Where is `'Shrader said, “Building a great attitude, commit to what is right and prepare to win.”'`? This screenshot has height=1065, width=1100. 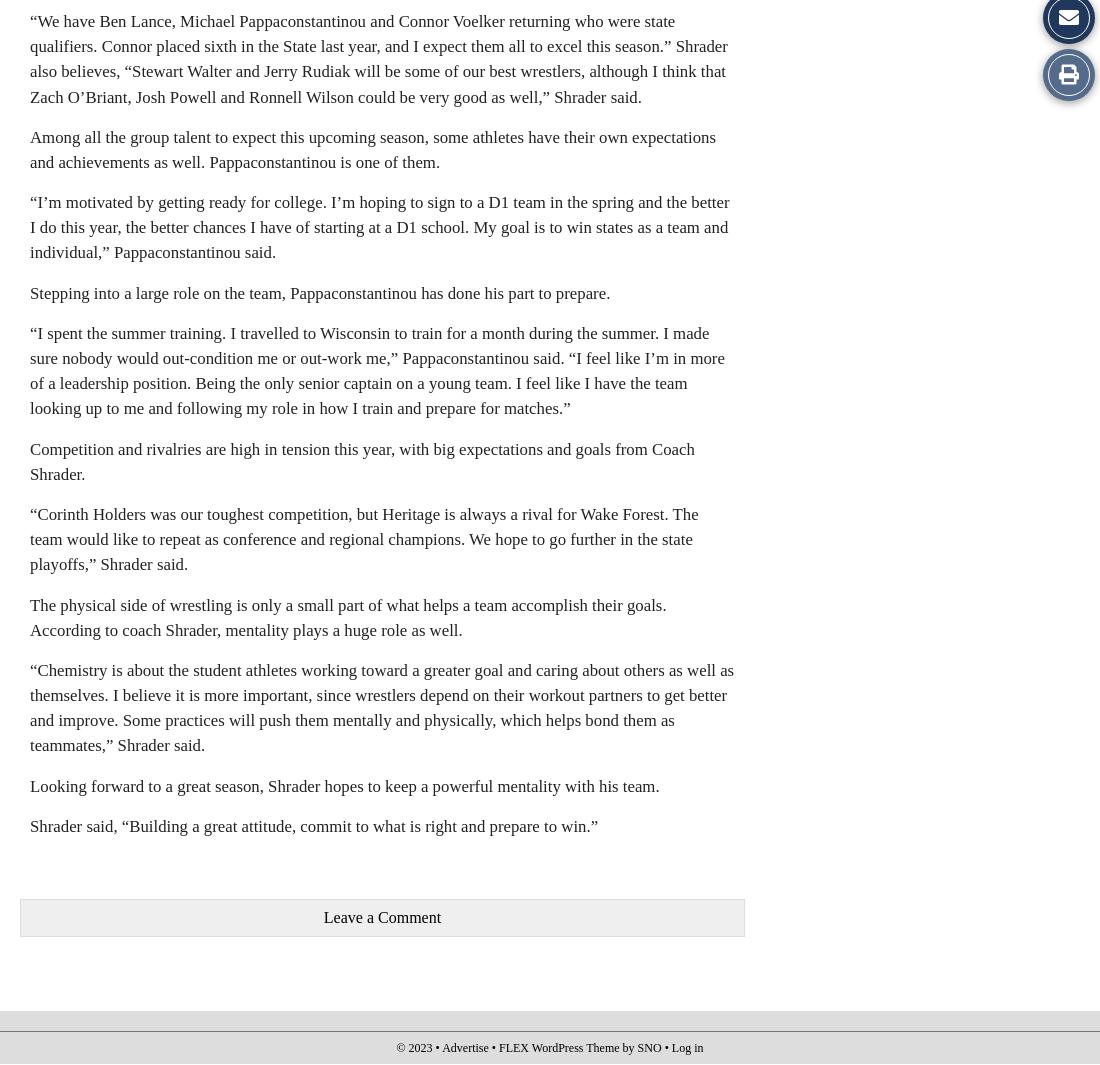
'Shrader said, “Building a great attitude, commit to what is right and prepare to win.”' is located at coordinates (313, 825).